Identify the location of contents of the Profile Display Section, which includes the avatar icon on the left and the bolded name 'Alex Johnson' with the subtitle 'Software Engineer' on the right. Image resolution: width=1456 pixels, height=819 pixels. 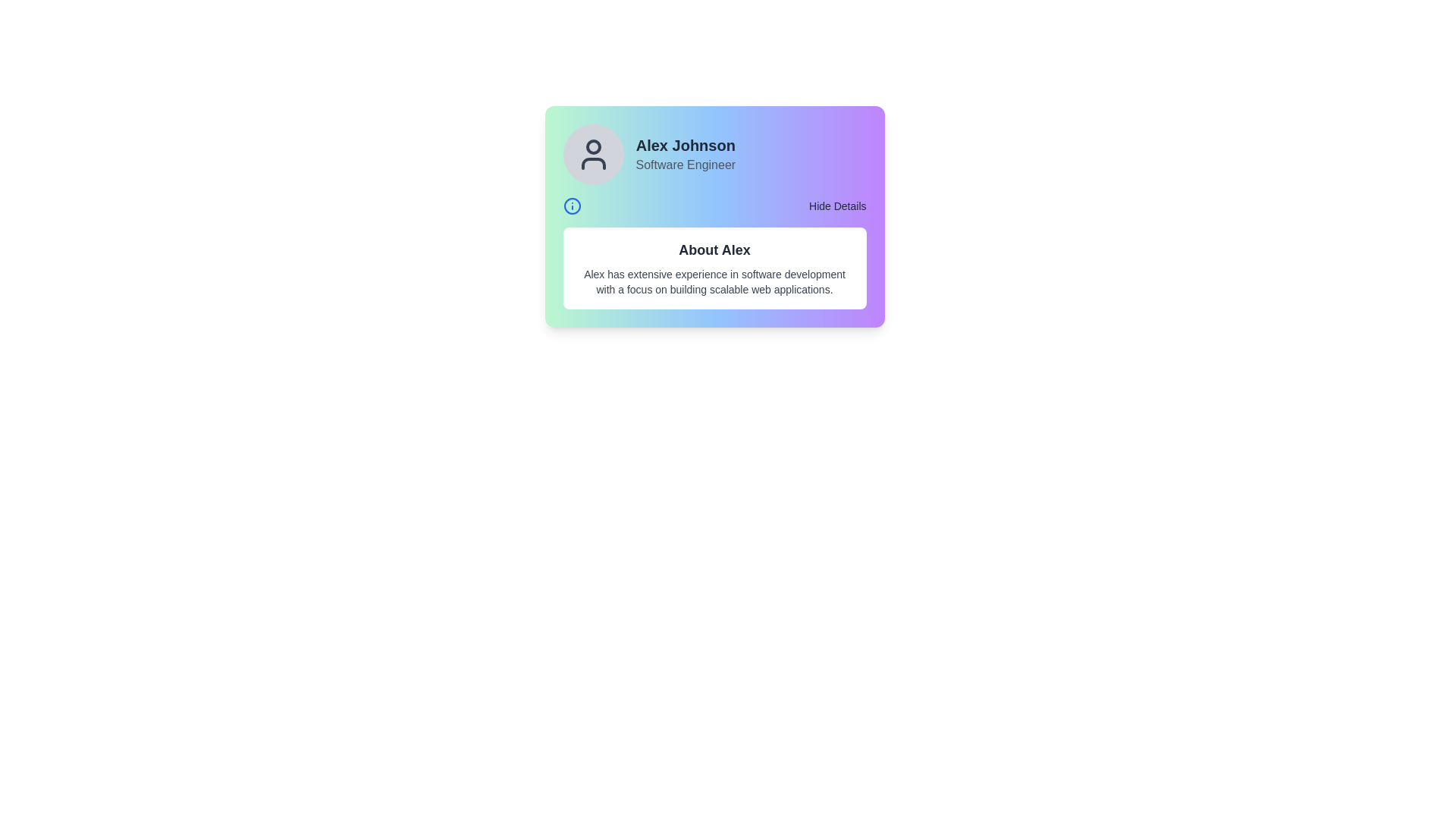
(714, 155).